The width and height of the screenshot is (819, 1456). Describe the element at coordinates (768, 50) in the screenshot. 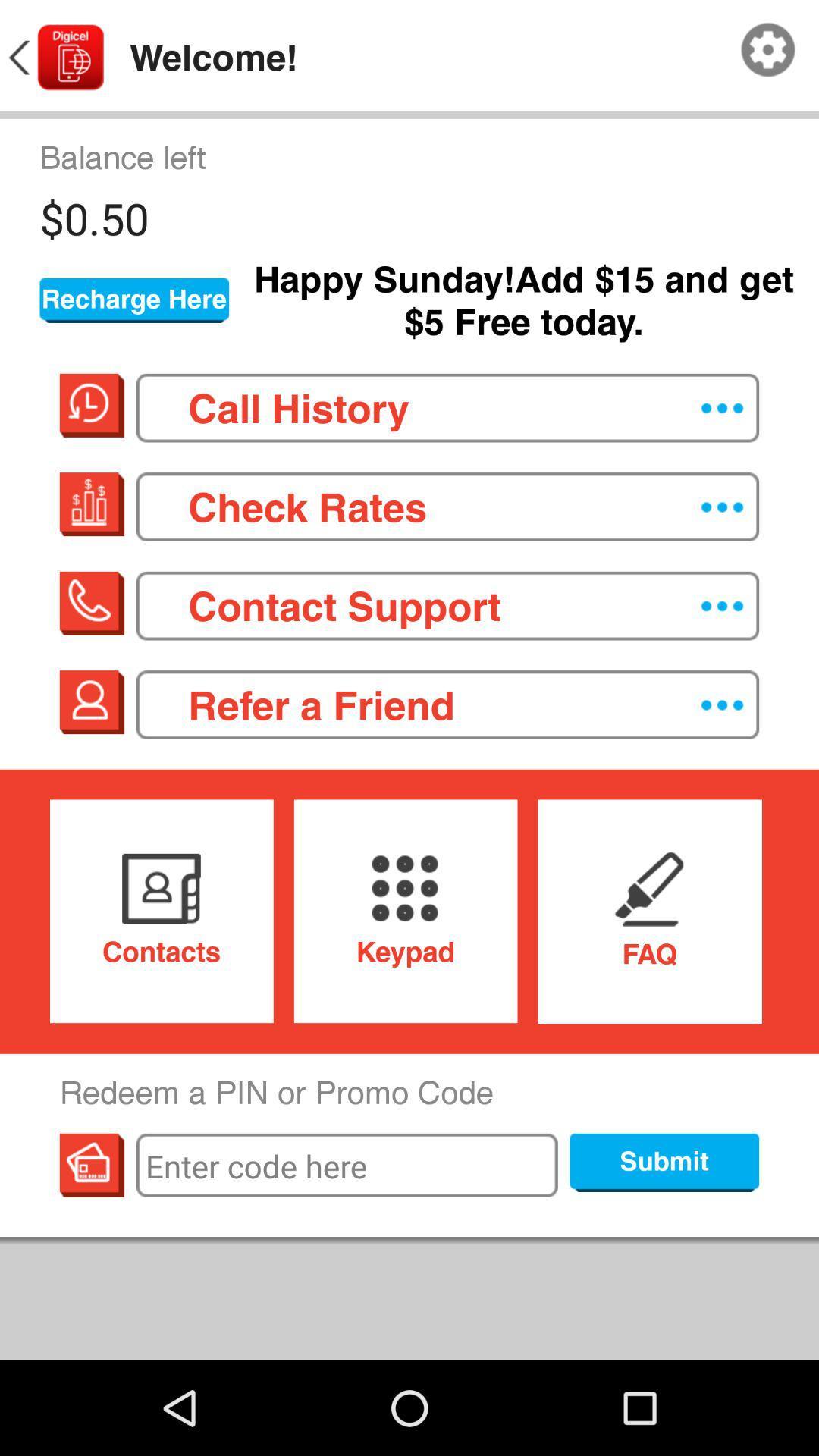

I see `deploy app settings` at that location.